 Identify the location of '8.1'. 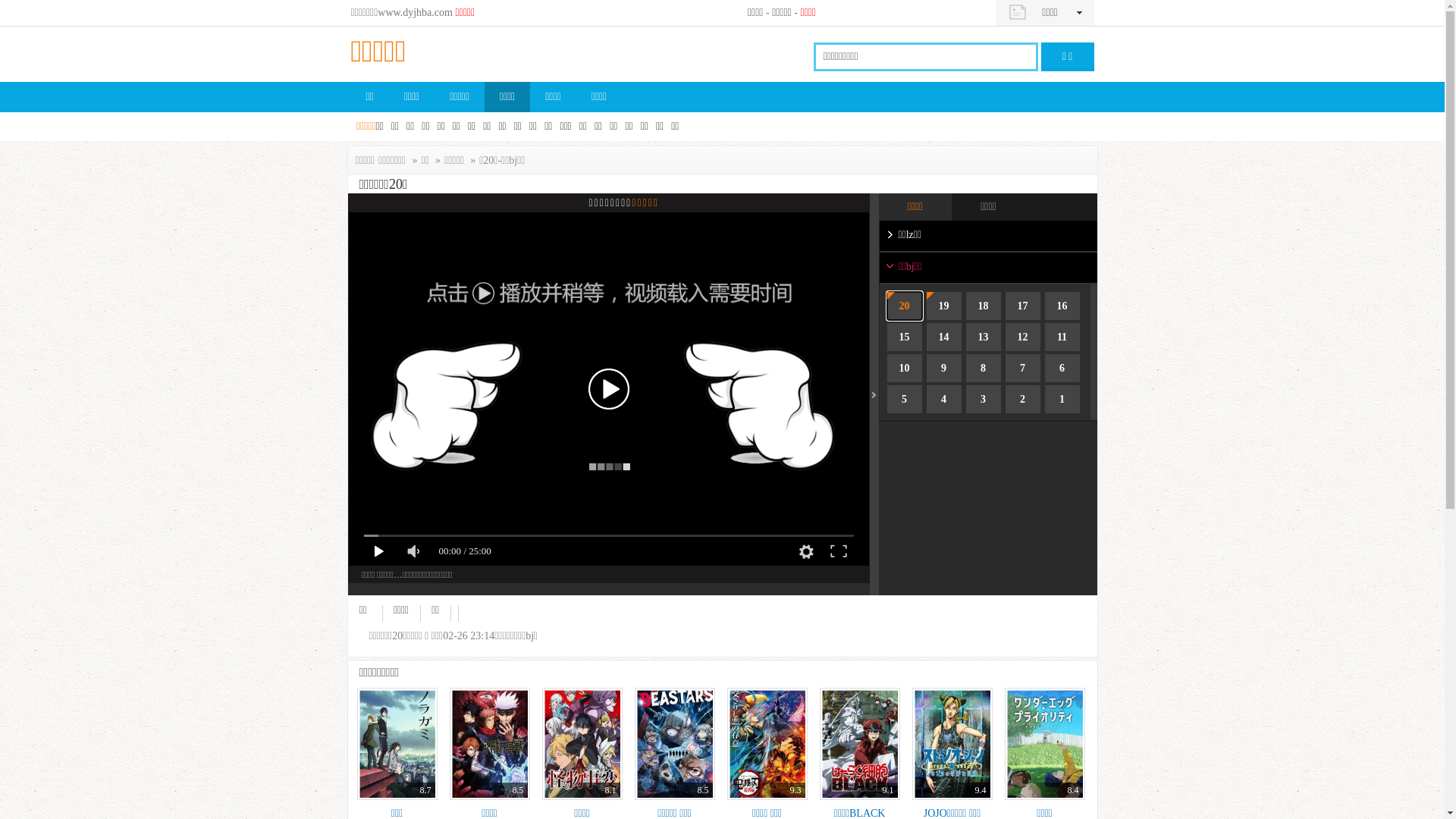
(581, 742).